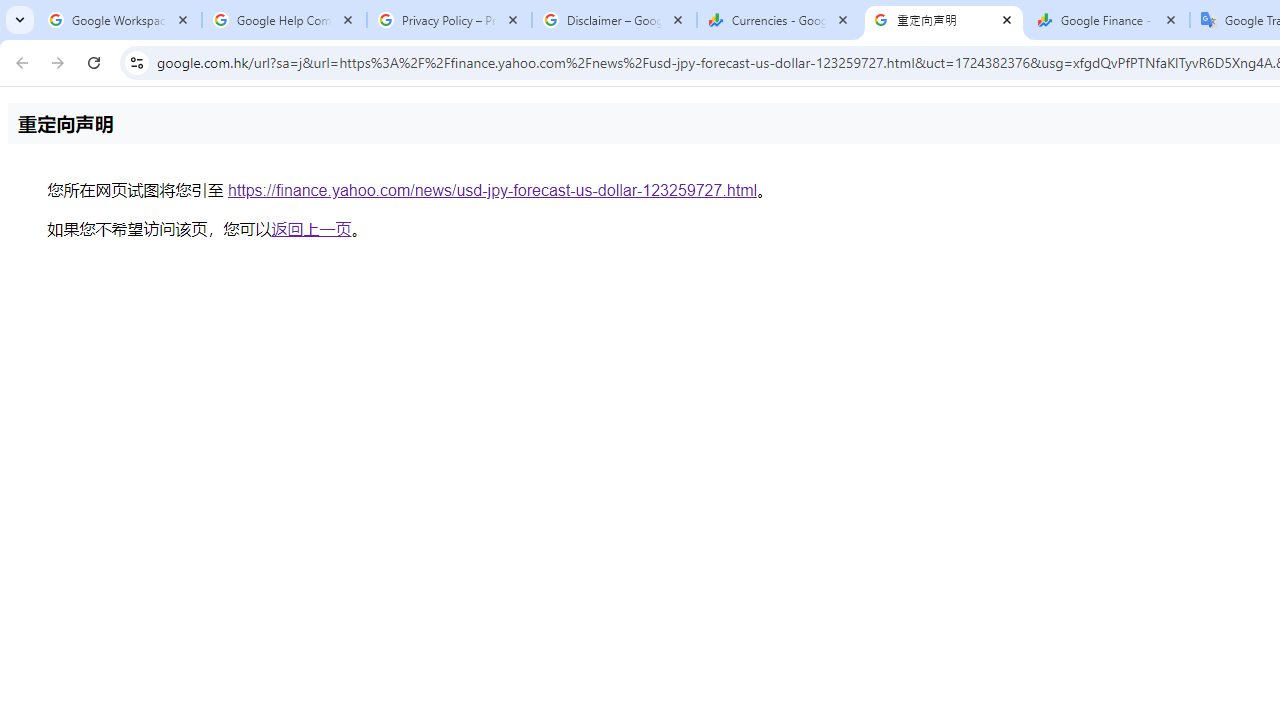  Describe the element at coordinates (778, 20) in the screenshot. I see `'Currencies - Google Finance'` at that location.